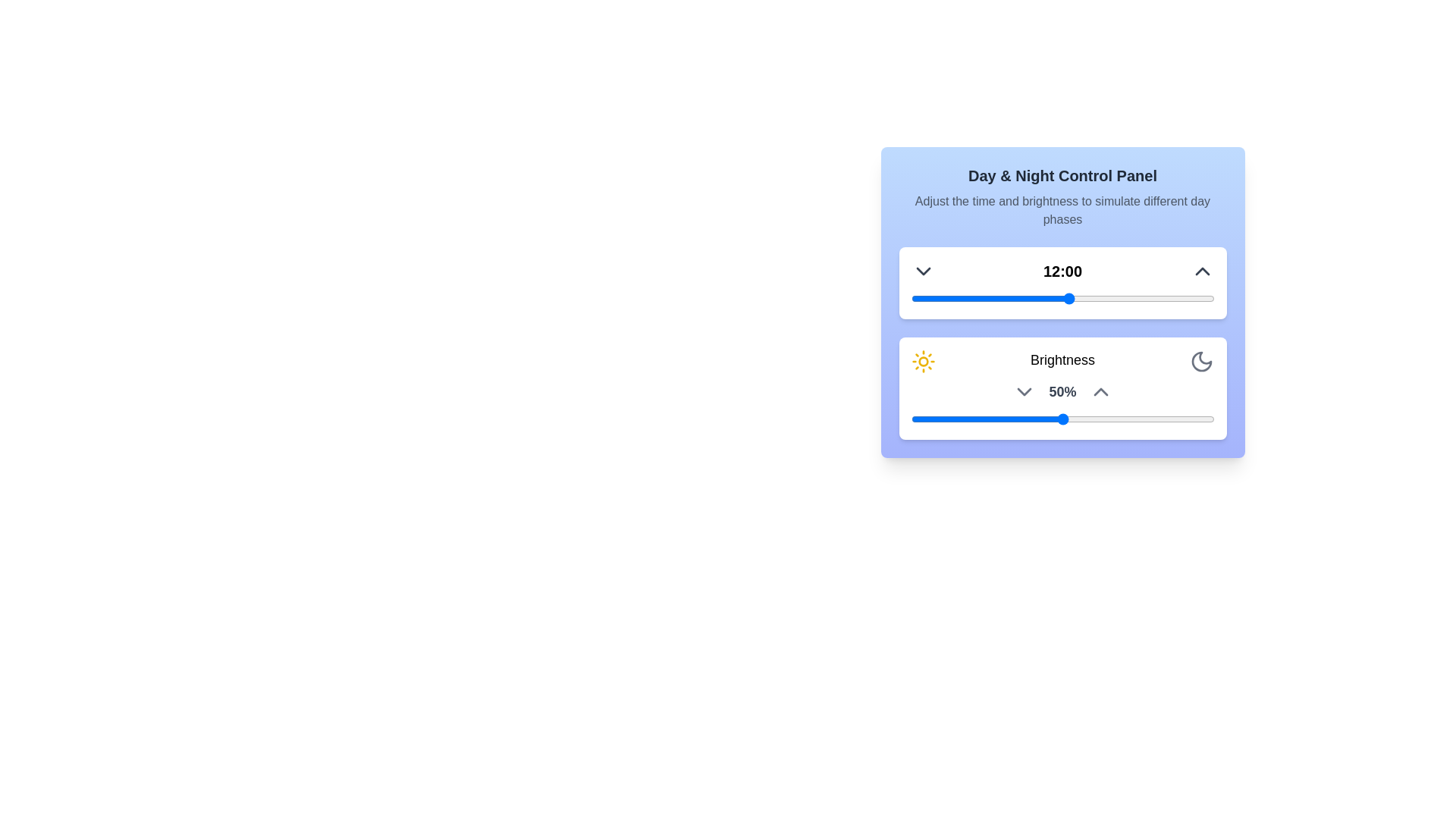  I want to click on brightness, so click(1020, 419).